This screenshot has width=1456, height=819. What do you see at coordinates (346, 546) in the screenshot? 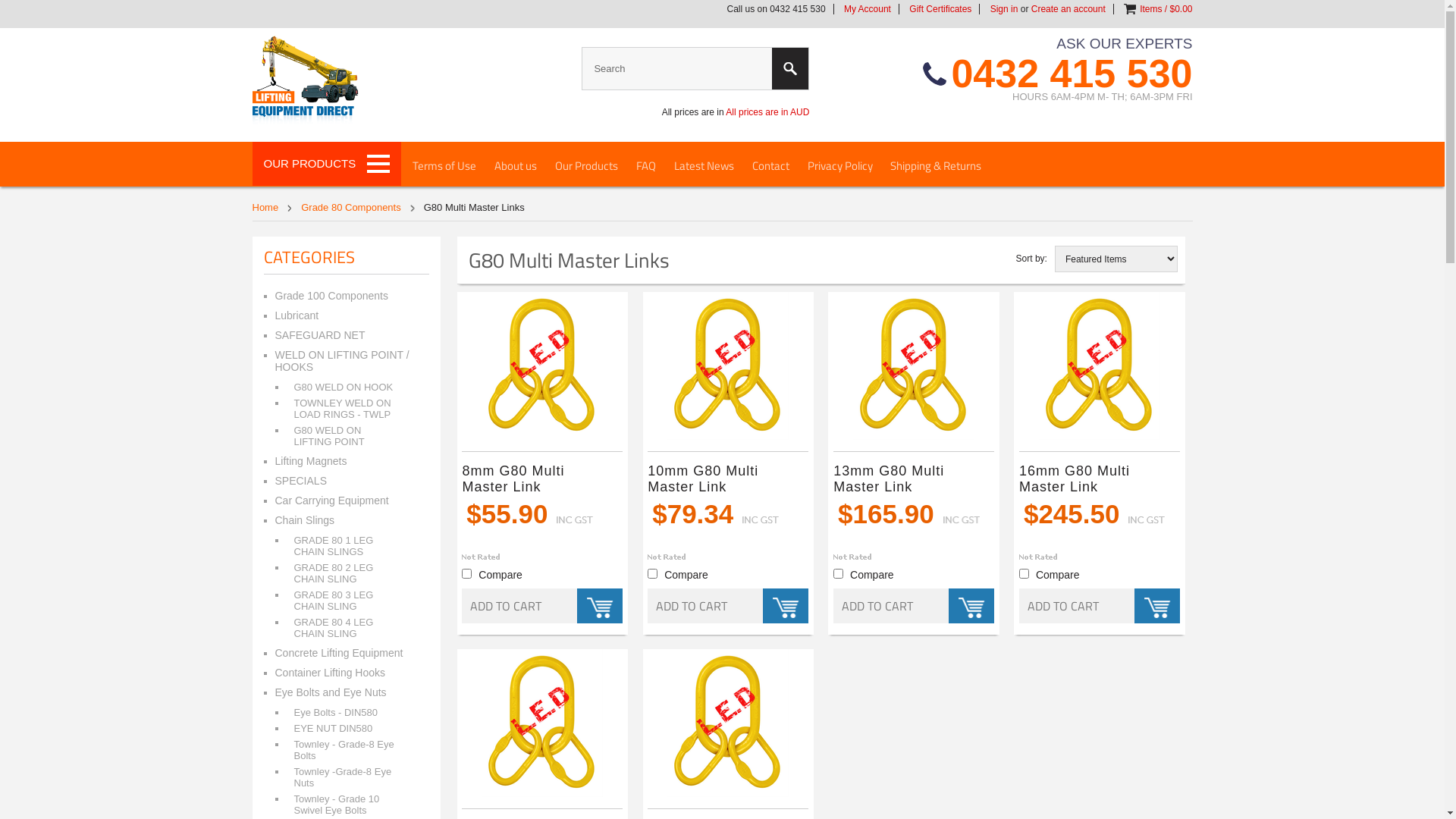
I see `'GRADE 80 1 LEG CHAIN SLINGS'` at bounding box center [346, 546].